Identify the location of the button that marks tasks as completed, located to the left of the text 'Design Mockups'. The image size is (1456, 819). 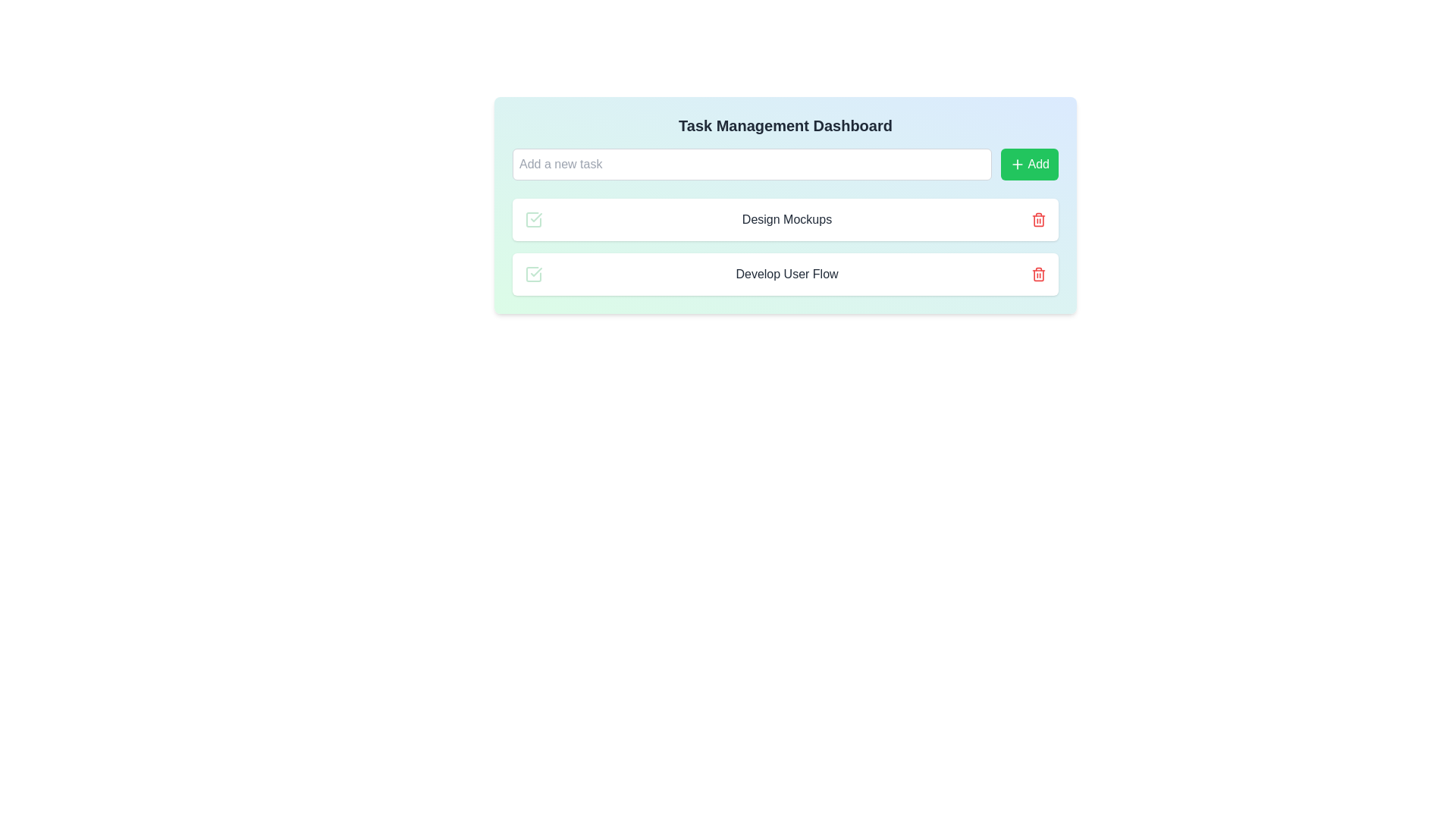
(534, 219).